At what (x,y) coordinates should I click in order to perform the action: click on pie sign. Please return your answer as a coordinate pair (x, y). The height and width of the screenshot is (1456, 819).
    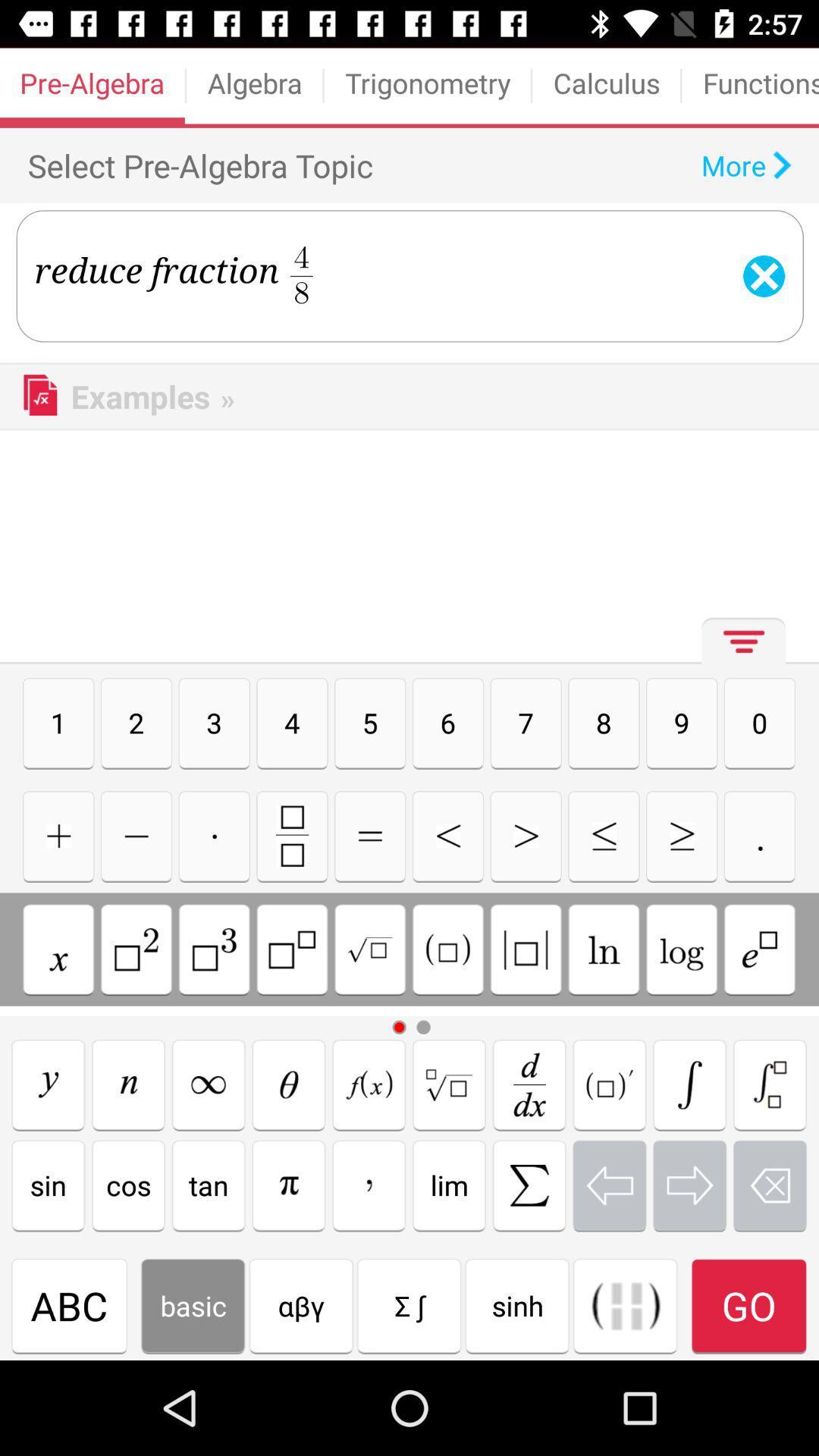
    Looking at the image, I should click on (289, 1185).